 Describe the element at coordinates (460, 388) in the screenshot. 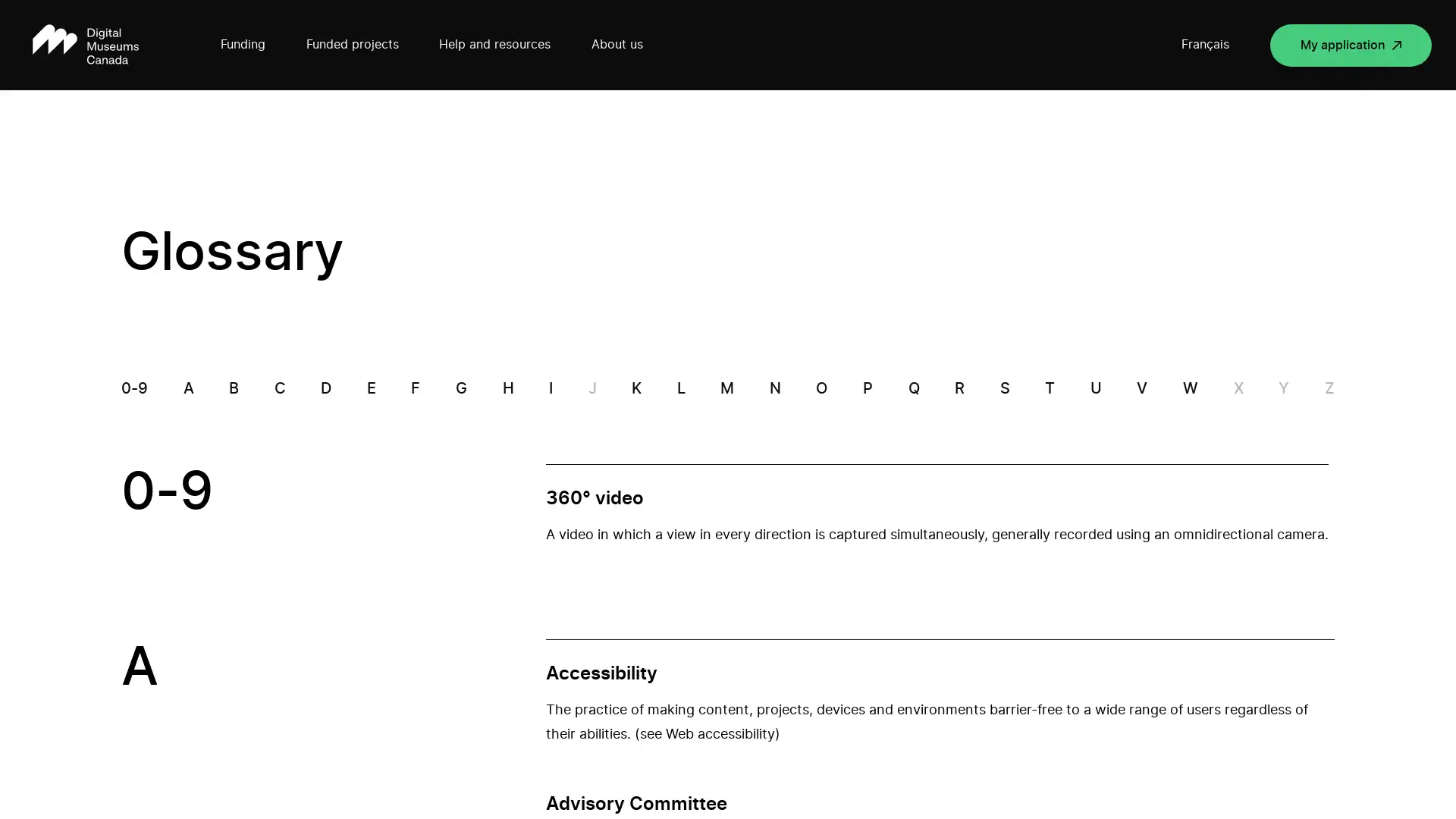

I see `G` at that location.